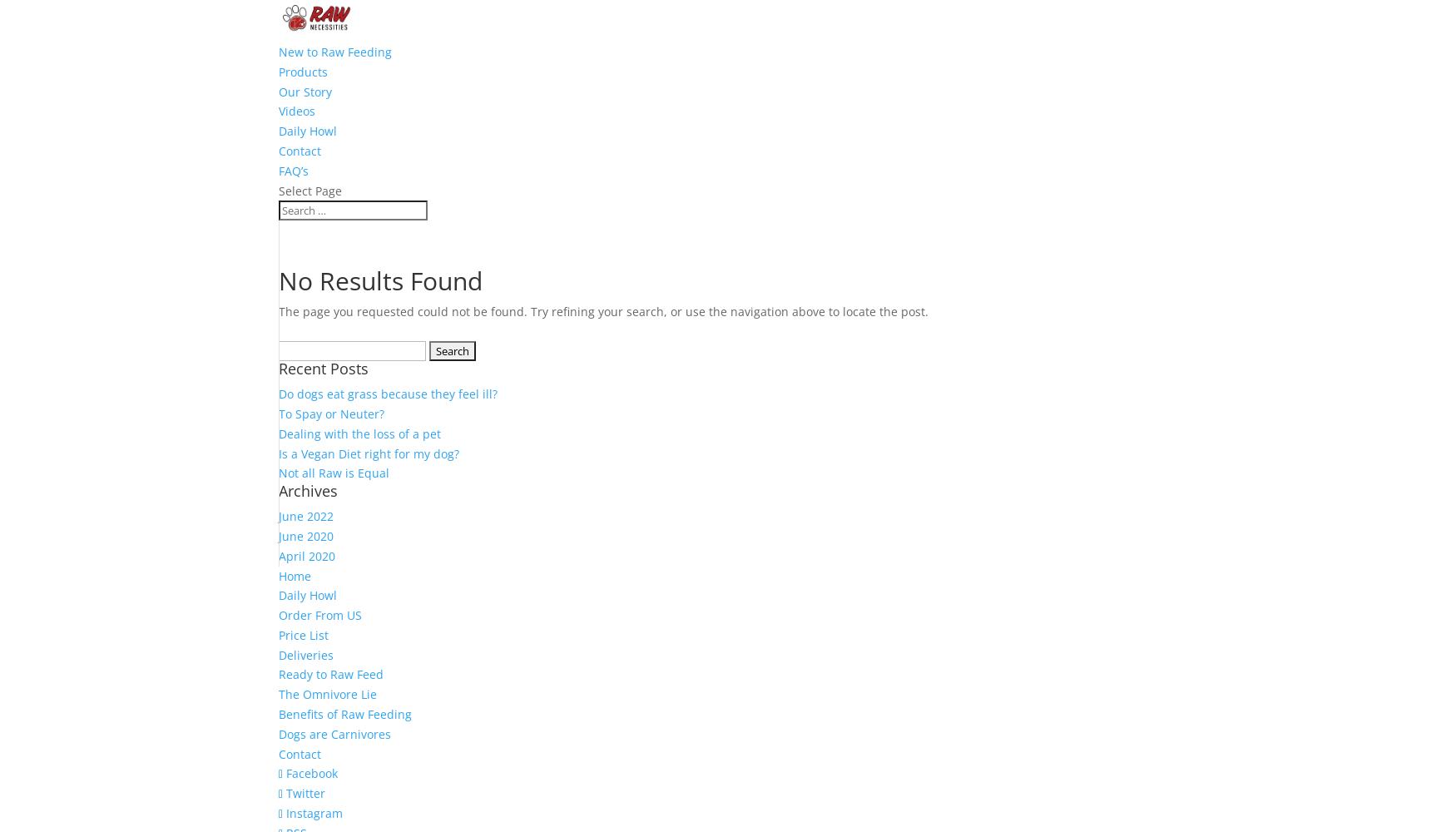  I want to click on 'Videos', so click(297, 111).